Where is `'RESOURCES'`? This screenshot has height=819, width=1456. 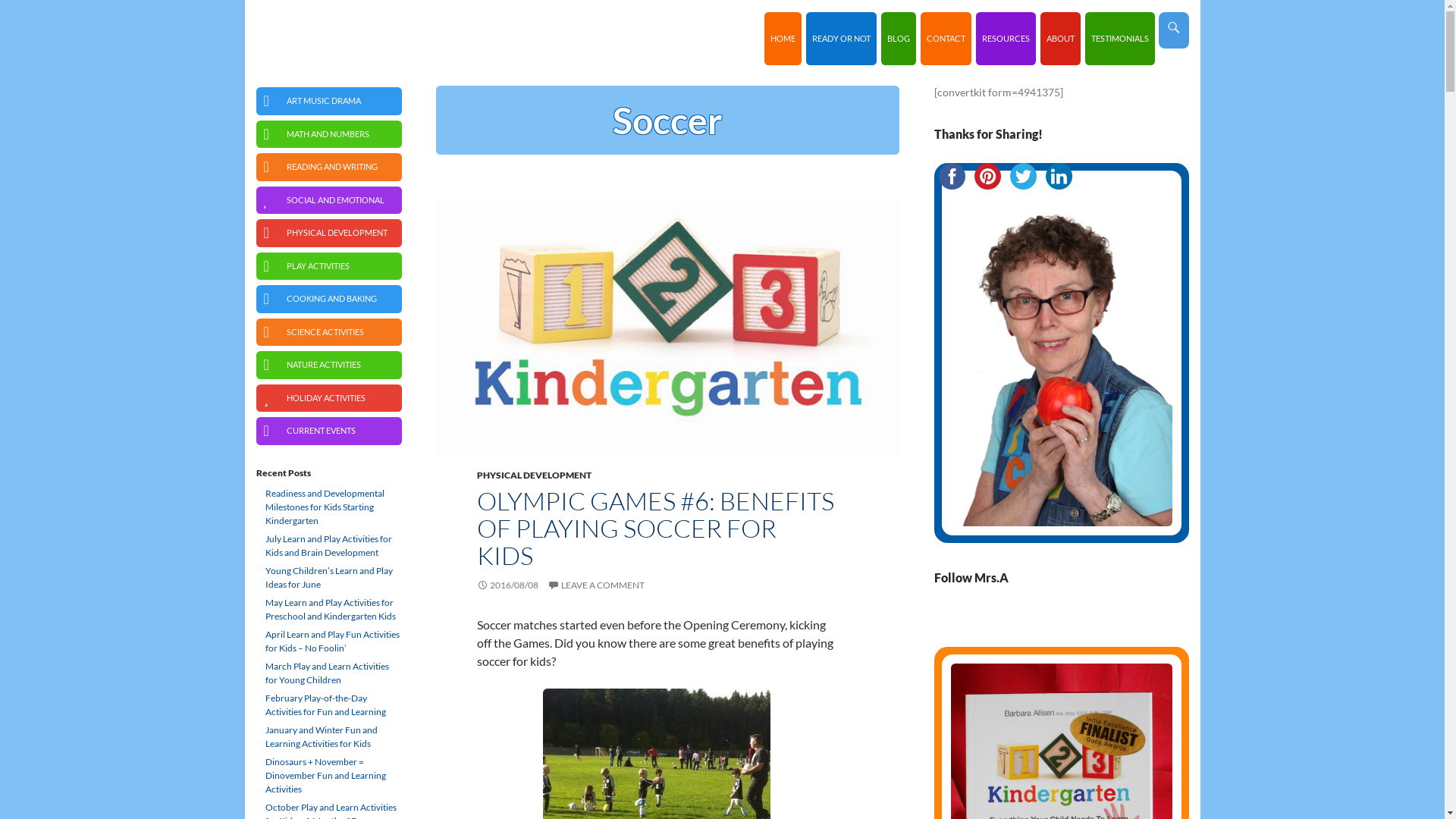 'RESOURCES' is located at coordinates (975, 37).